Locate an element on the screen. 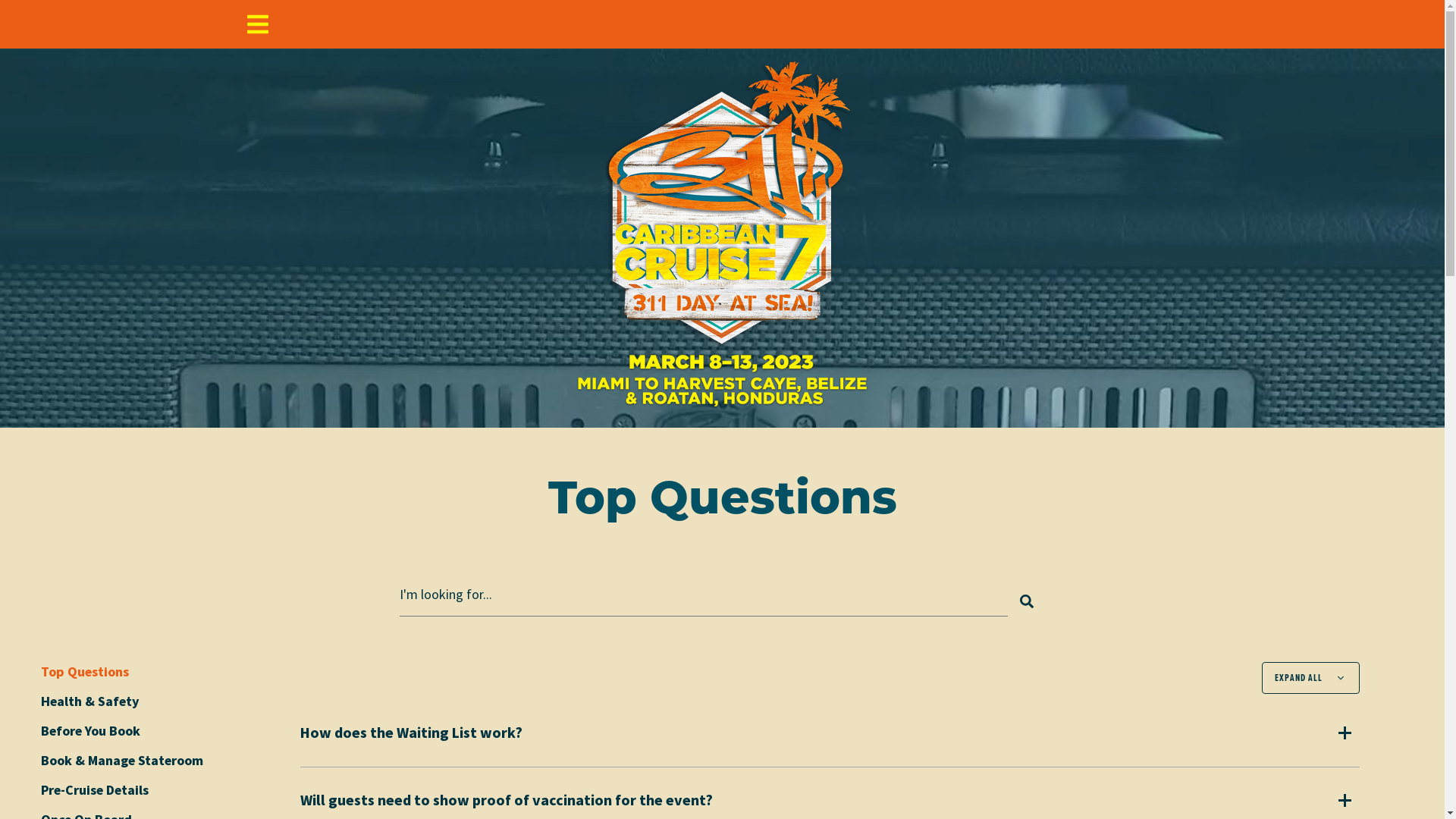  'Menu' is located at coordinates (258, 24).